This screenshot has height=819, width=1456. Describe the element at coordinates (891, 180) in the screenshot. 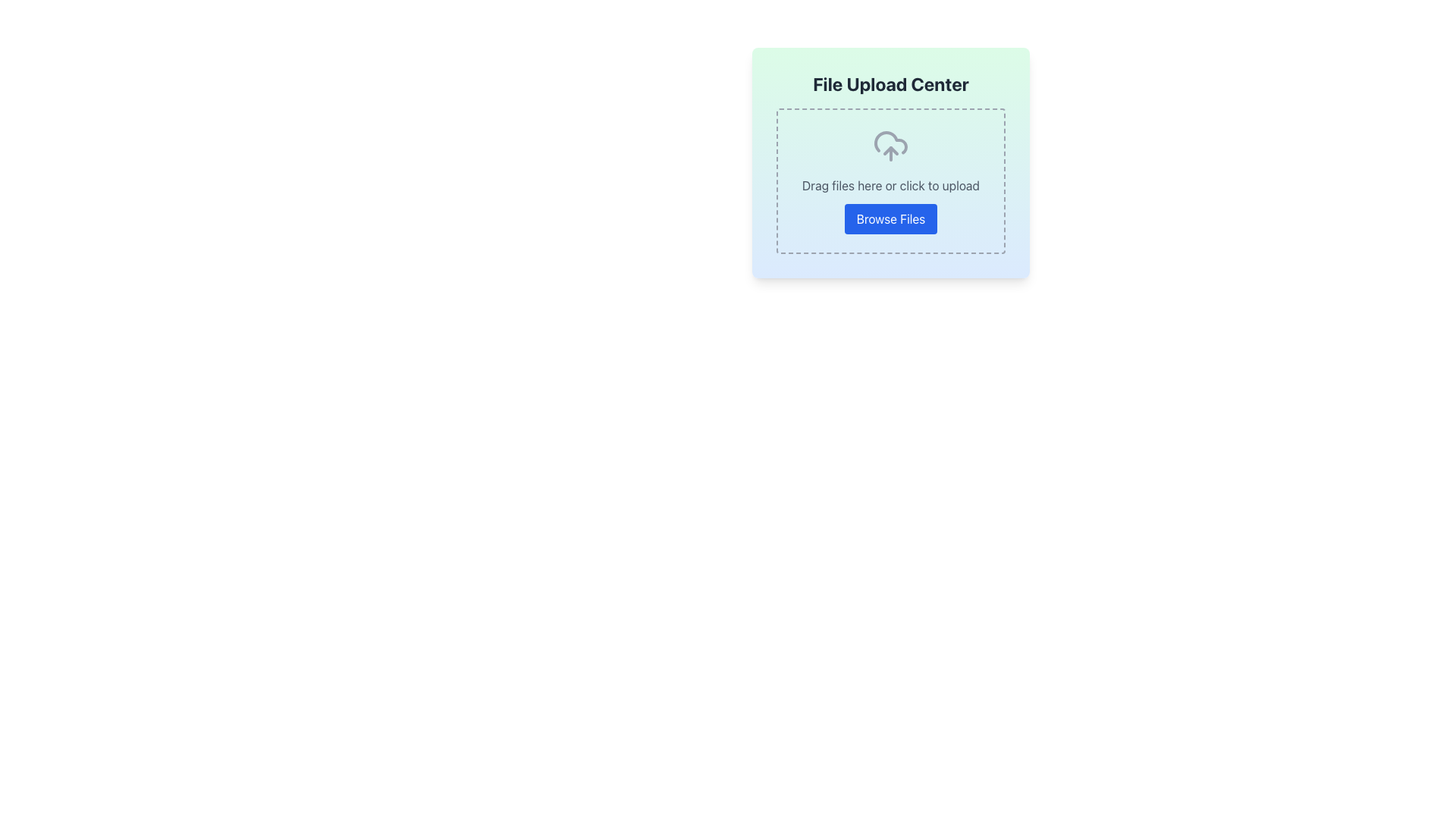

I see `the File uploader interface located centrally below the 'File Upload Center' text` at that location.